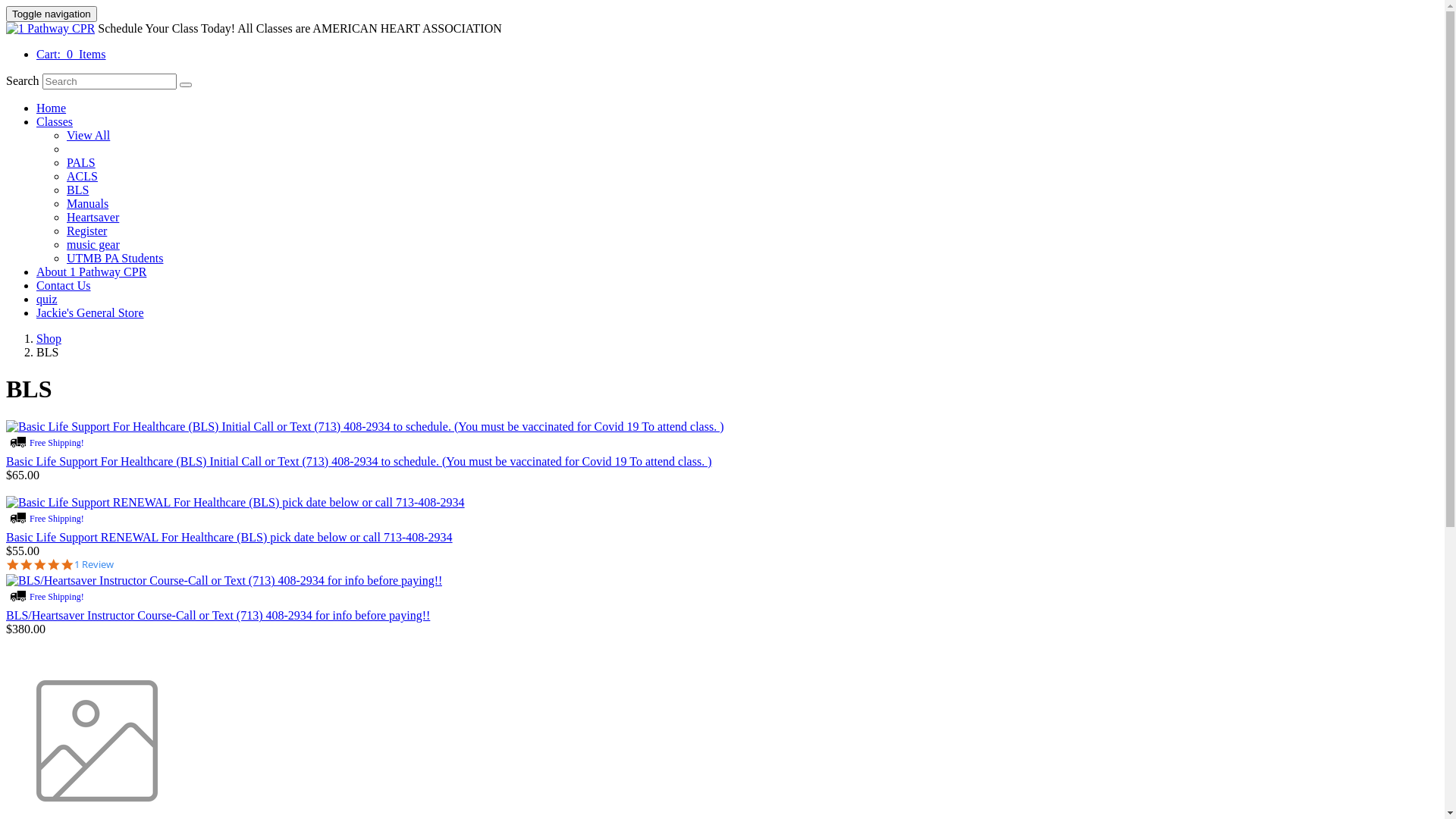 This screenshot has height=819, width=1456. I want to click on '1 Review', so click(93, 564).